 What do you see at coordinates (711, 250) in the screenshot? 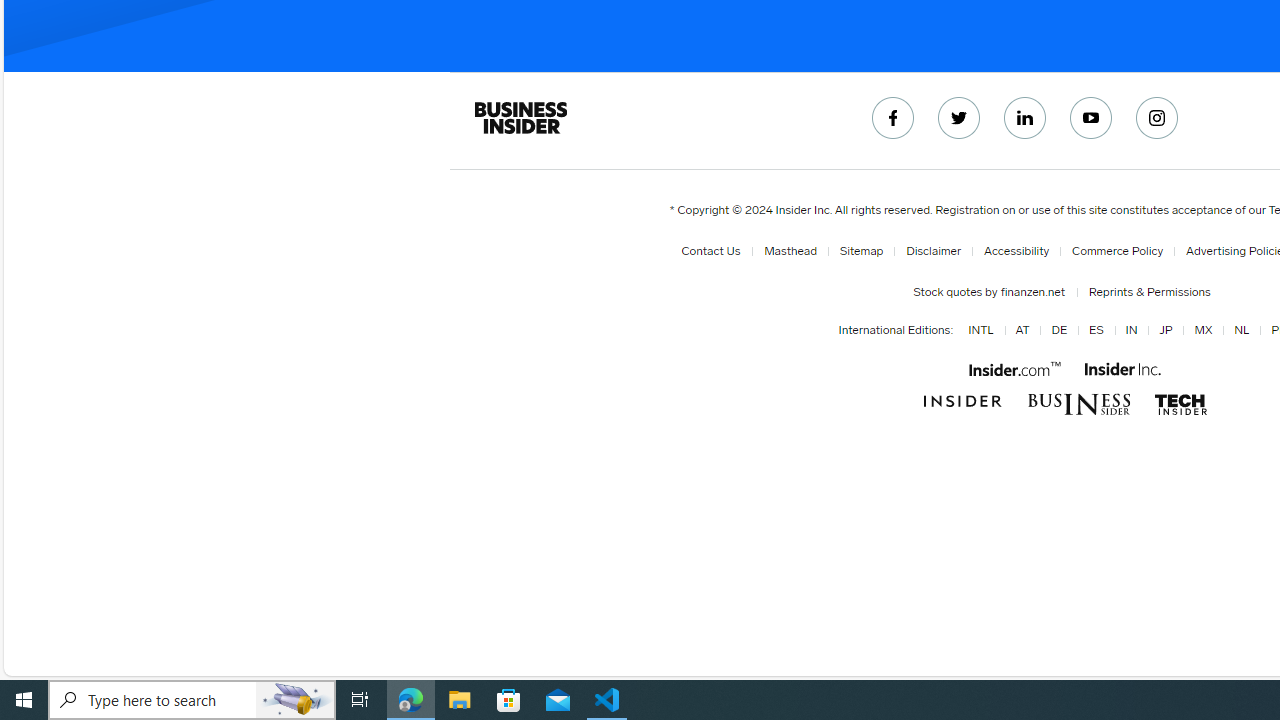
I see `'Contact Us'` at bounding box center [711, 250].